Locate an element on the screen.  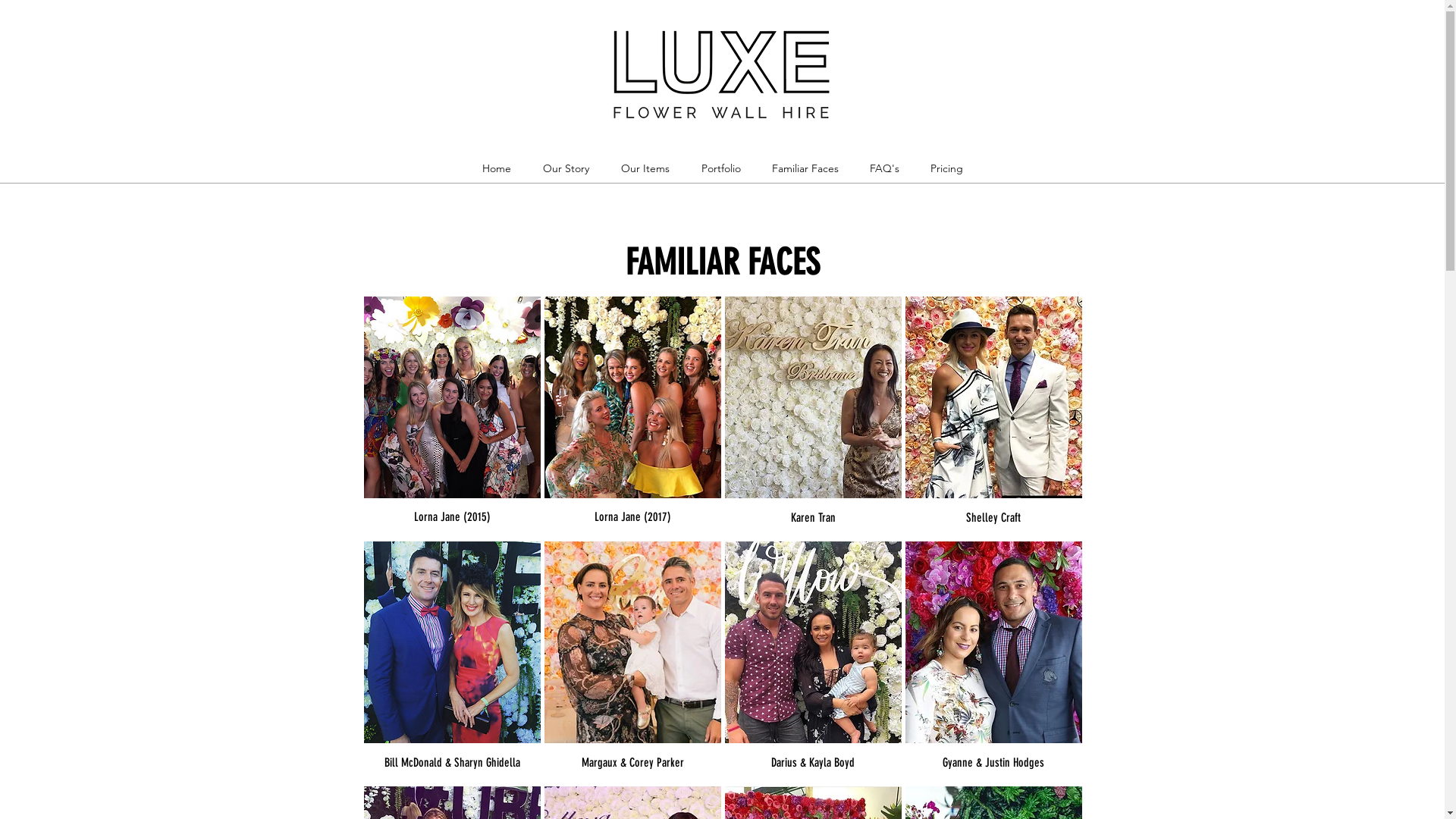
'Our Items' is located at coordinates (645, 168).